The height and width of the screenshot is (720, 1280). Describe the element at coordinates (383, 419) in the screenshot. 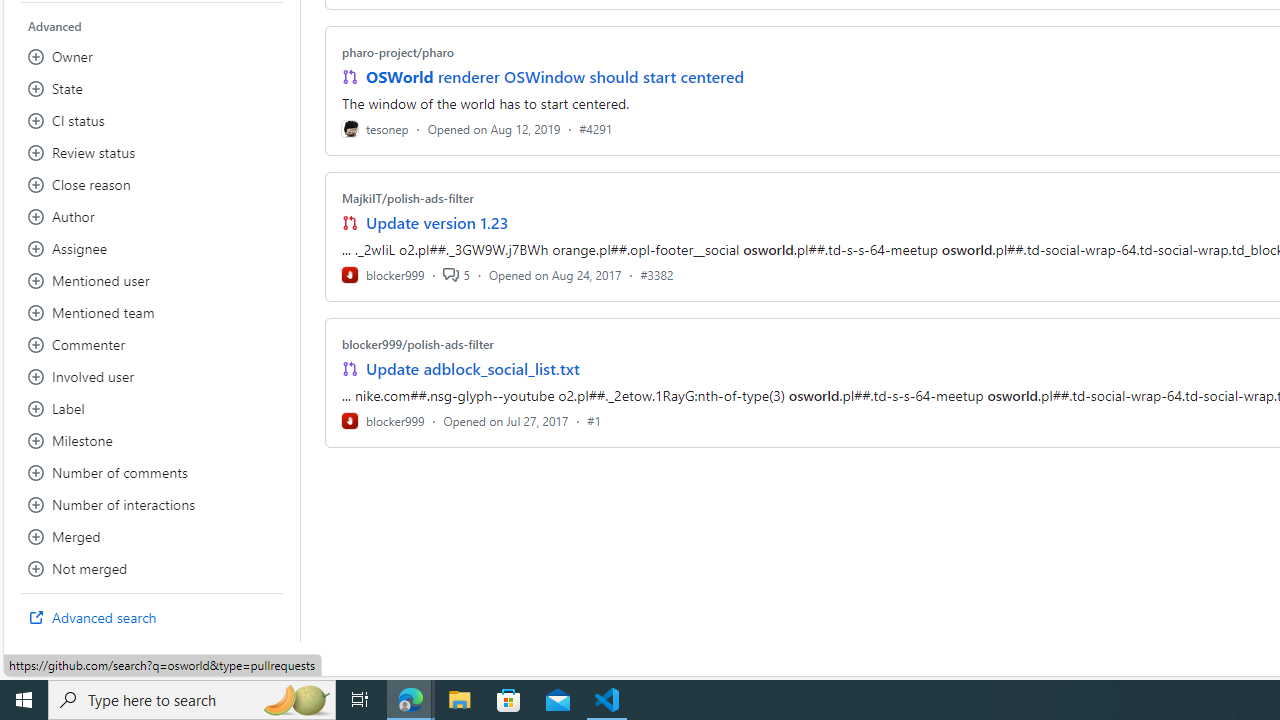

I see `'blocker999'` at that location.